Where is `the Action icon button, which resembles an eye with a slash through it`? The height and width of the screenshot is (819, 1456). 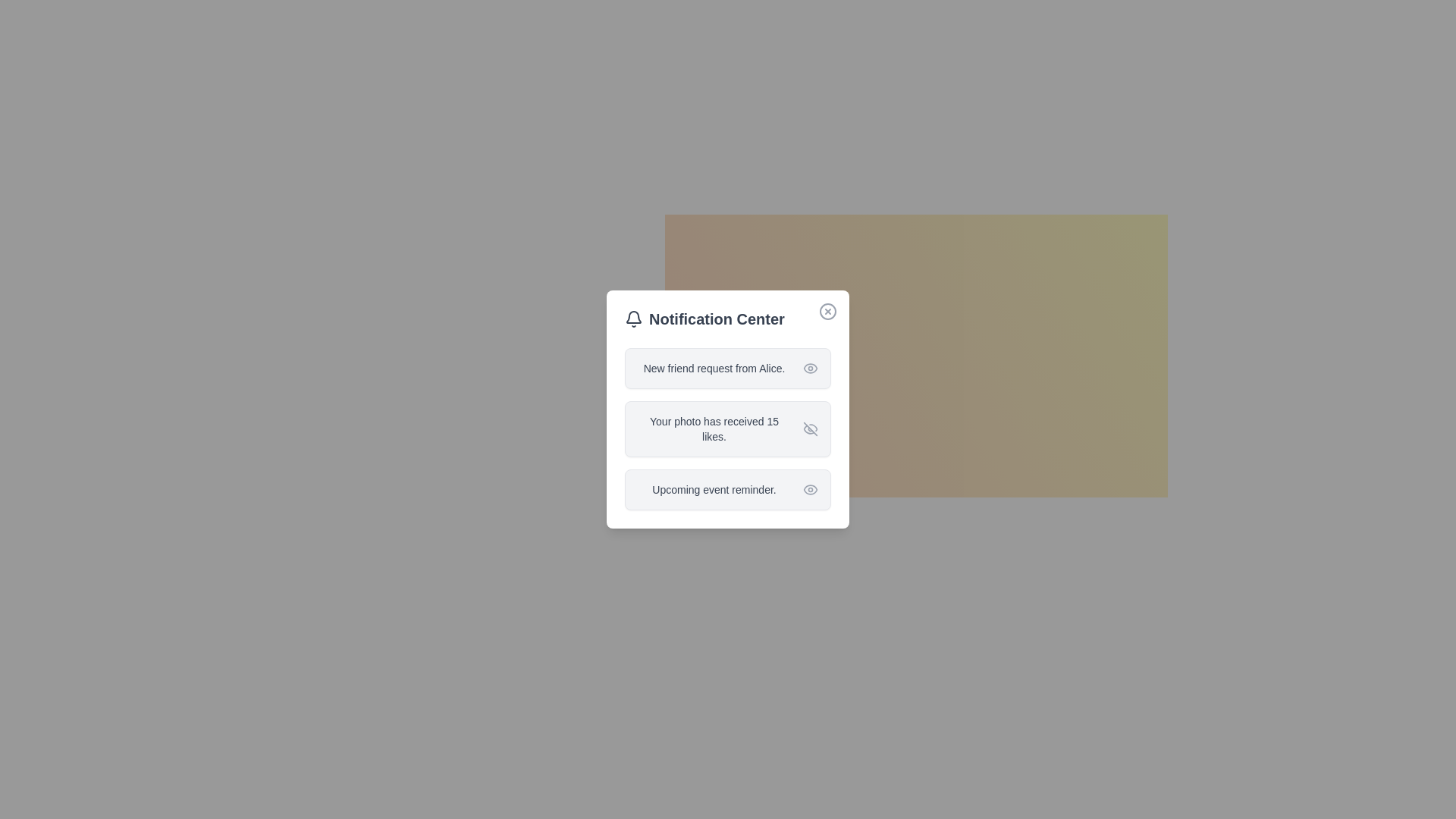 the Action icon button, which resembles an eye with a slash through it is located at coordinates (810, 429).